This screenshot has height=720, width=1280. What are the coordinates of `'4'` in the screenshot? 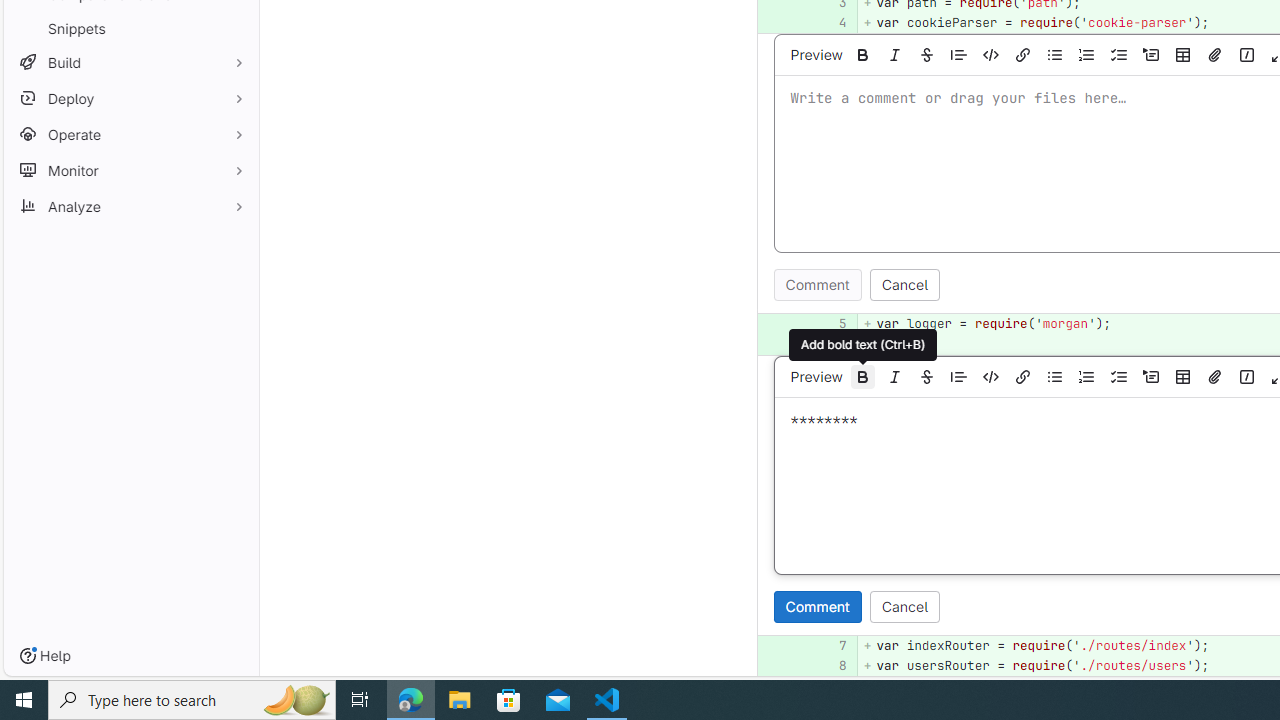 It's located at (832, 23).